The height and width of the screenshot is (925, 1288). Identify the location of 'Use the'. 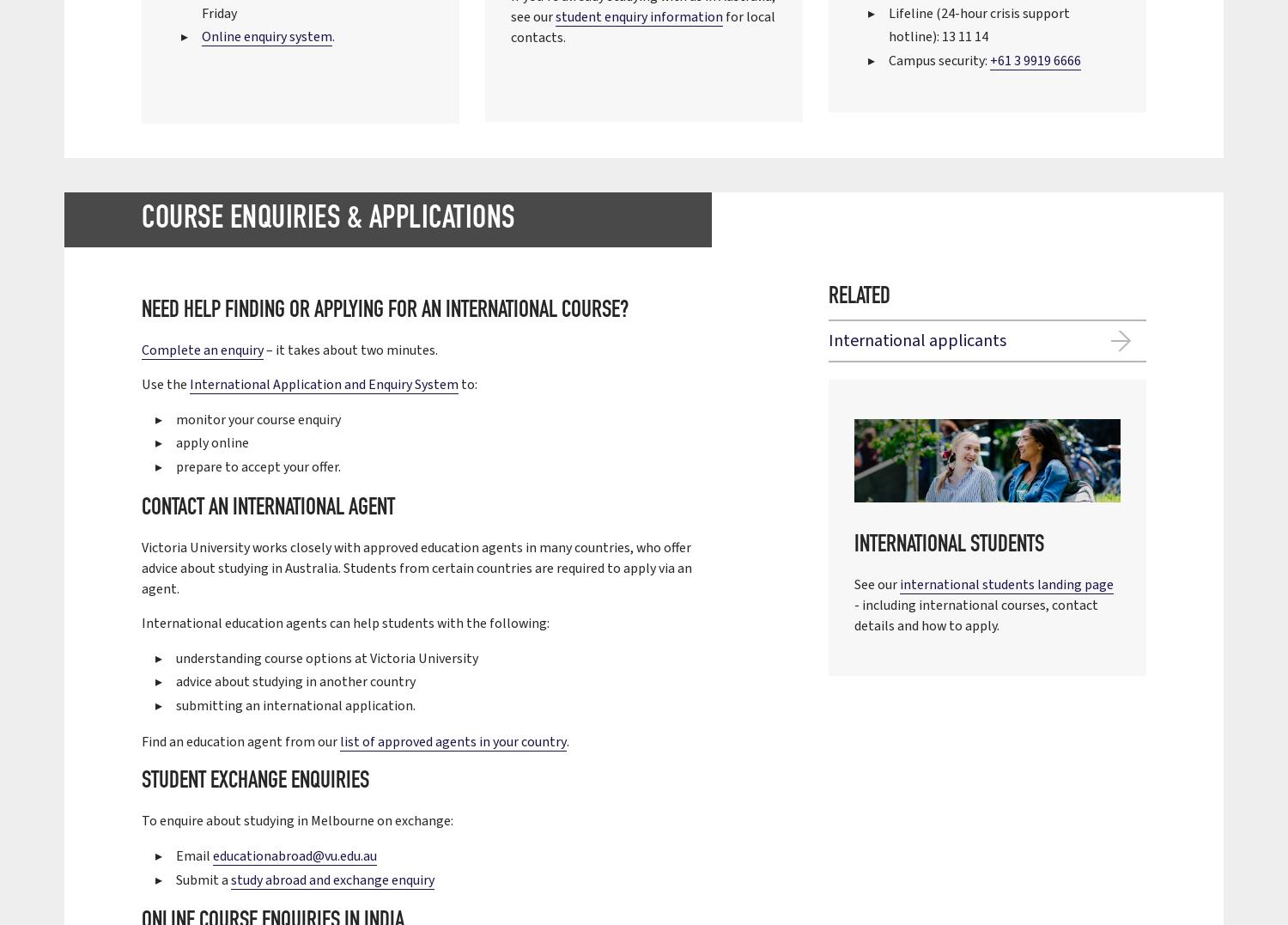
(142, 382).